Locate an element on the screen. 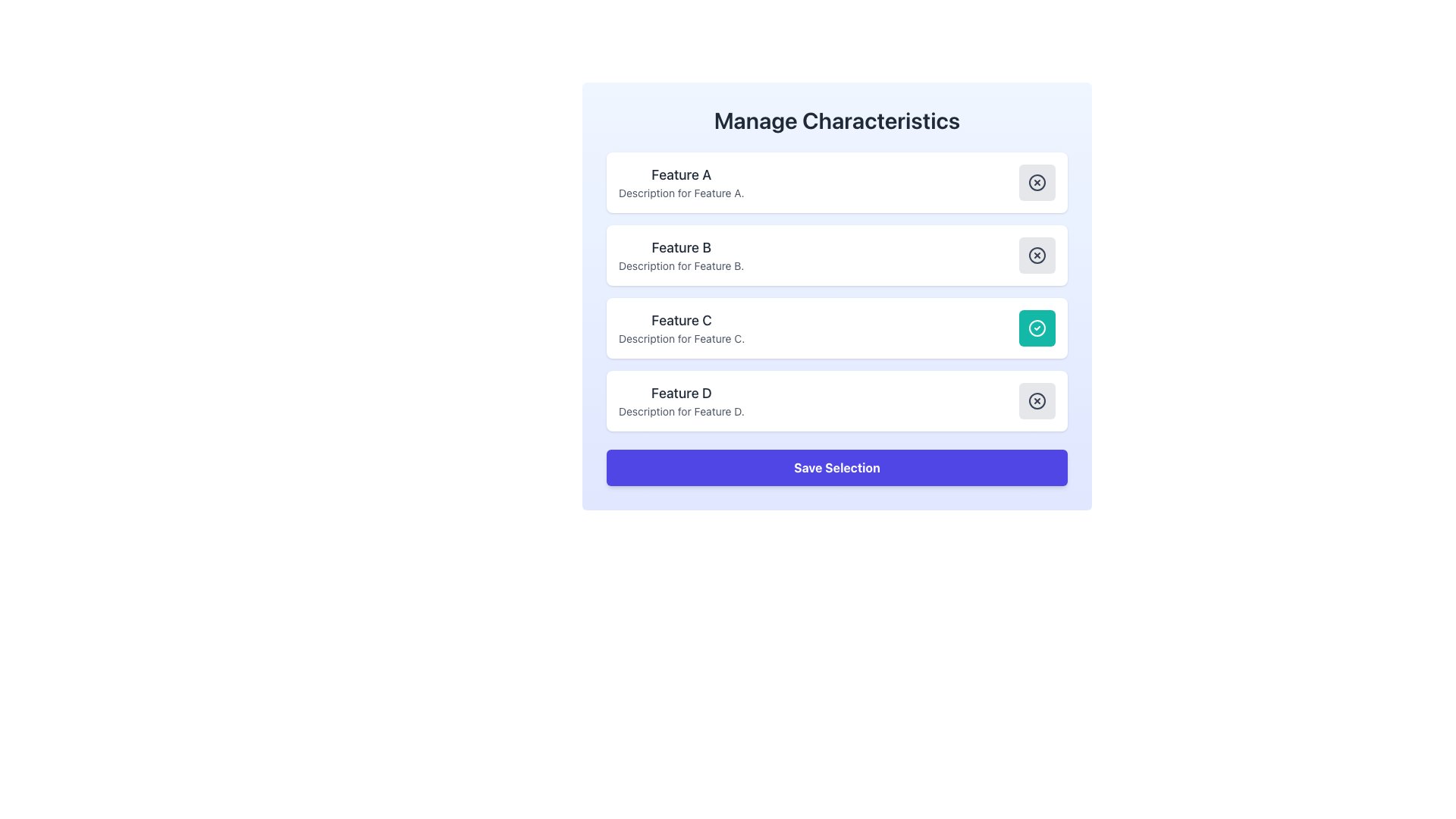 The width and height of the screenshot is (1456, 819). inner green circular component of the checkbox-like icon representing 'Feature C' in the 'Manage Characteristics' section is located at coordinates (1037, 327).